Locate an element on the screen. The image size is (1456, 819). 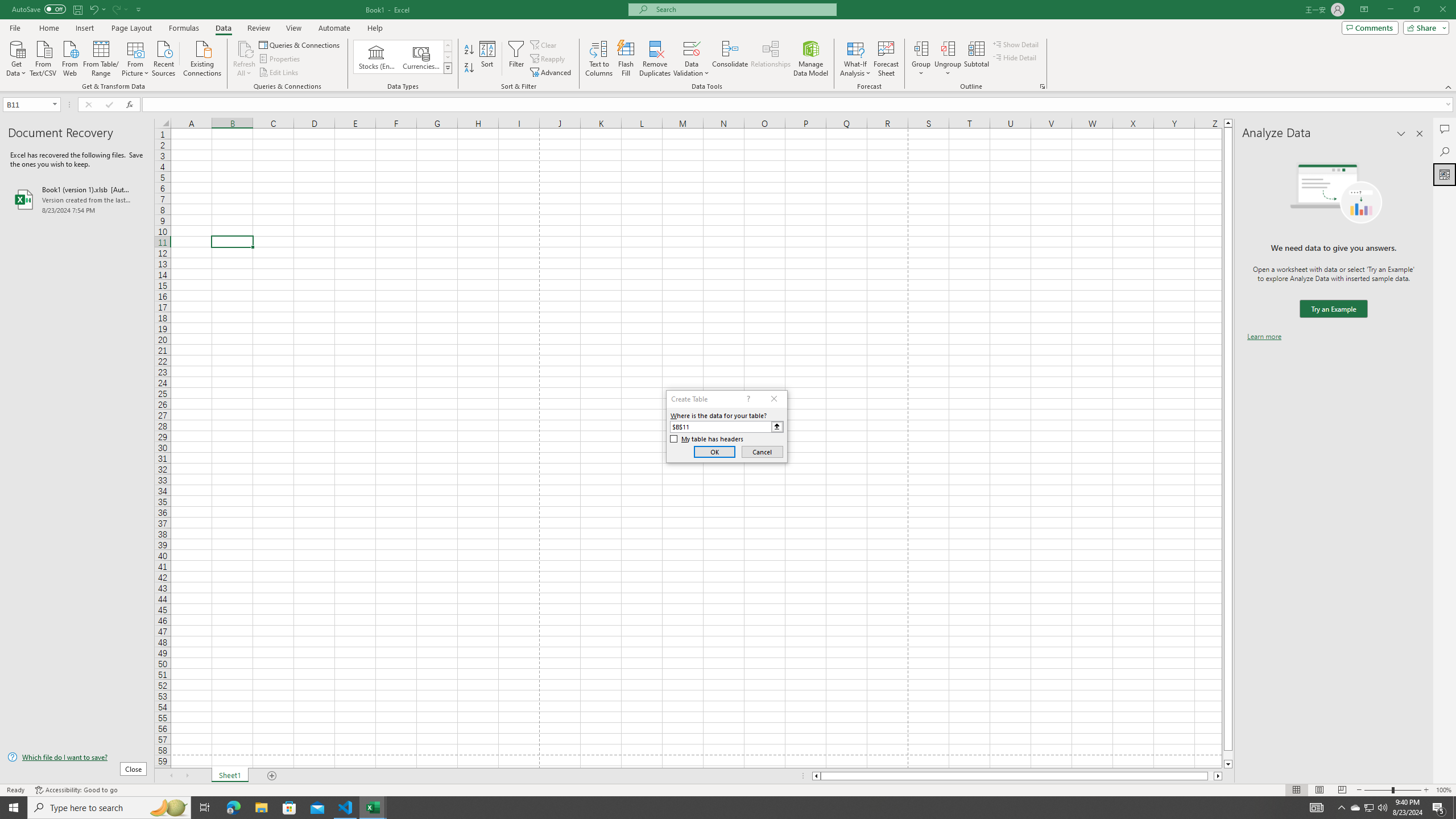
'Remove Duplicates' is located at coordinates (655, 59).